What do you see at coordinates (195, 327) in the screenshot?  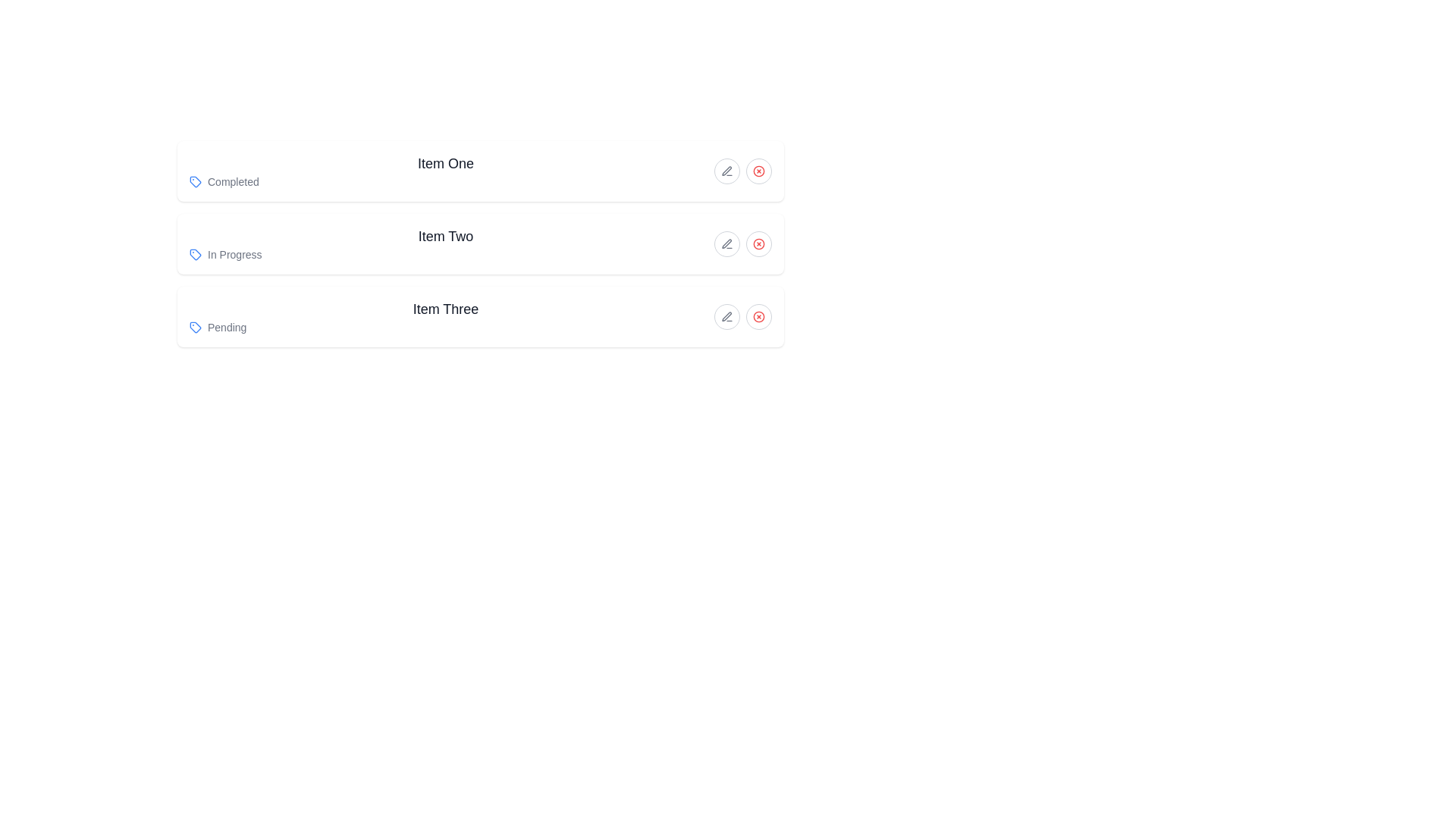 I see `the tag-shaped icon with a blue stroke located near the 'Pending' text label in the bottom-left corner of the 'Item Three' block` at bounding box center [195, 327].